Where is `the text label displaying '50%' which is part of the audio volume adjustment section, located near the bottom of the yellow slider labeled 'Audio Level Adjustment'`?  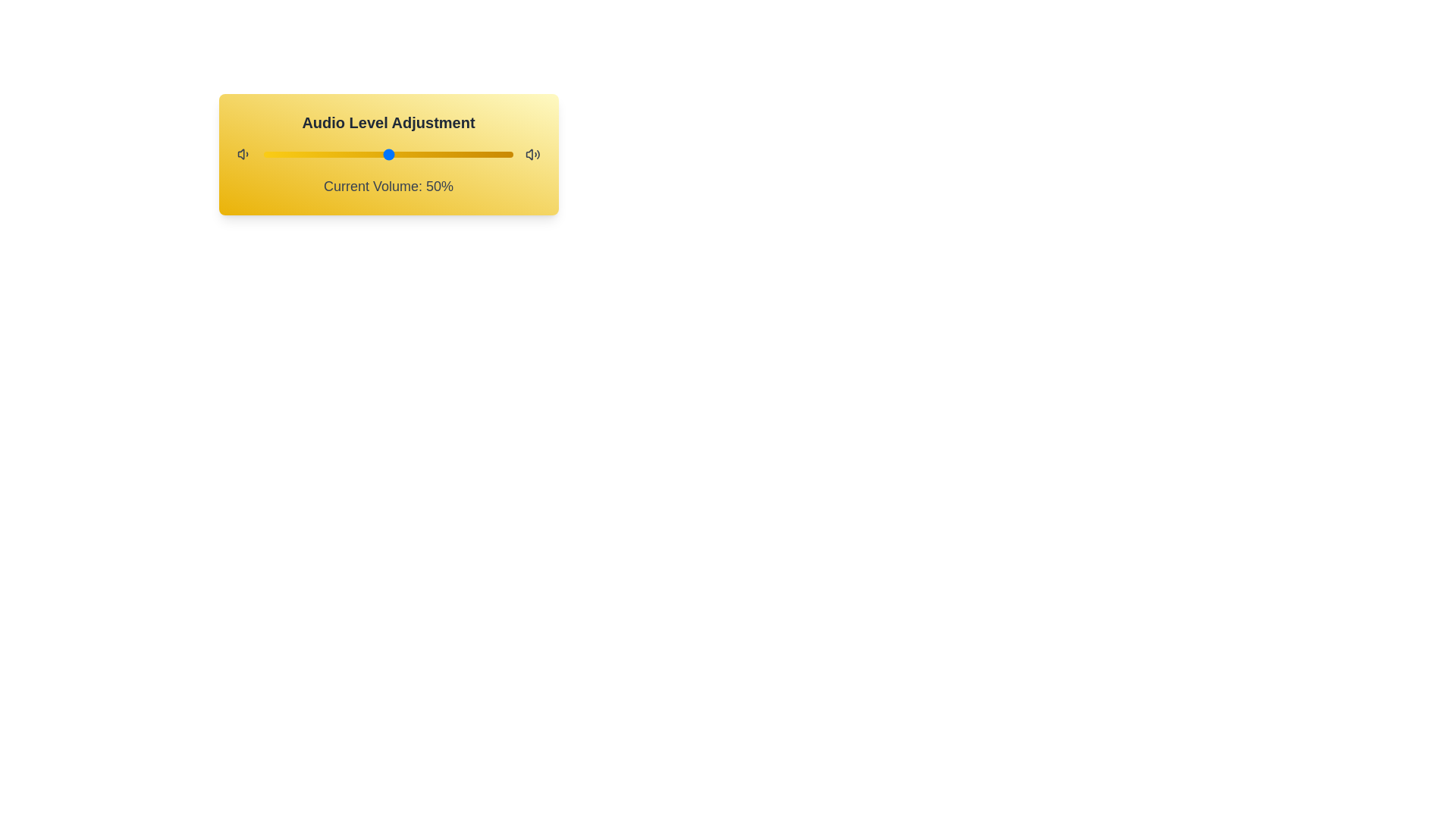
the text label displaying '50%' which is part of the audio volume adjustment section, located near the bottom of the yellow slider labeled 'Audio Level Adjustment' is located at coordinates (439, 186).